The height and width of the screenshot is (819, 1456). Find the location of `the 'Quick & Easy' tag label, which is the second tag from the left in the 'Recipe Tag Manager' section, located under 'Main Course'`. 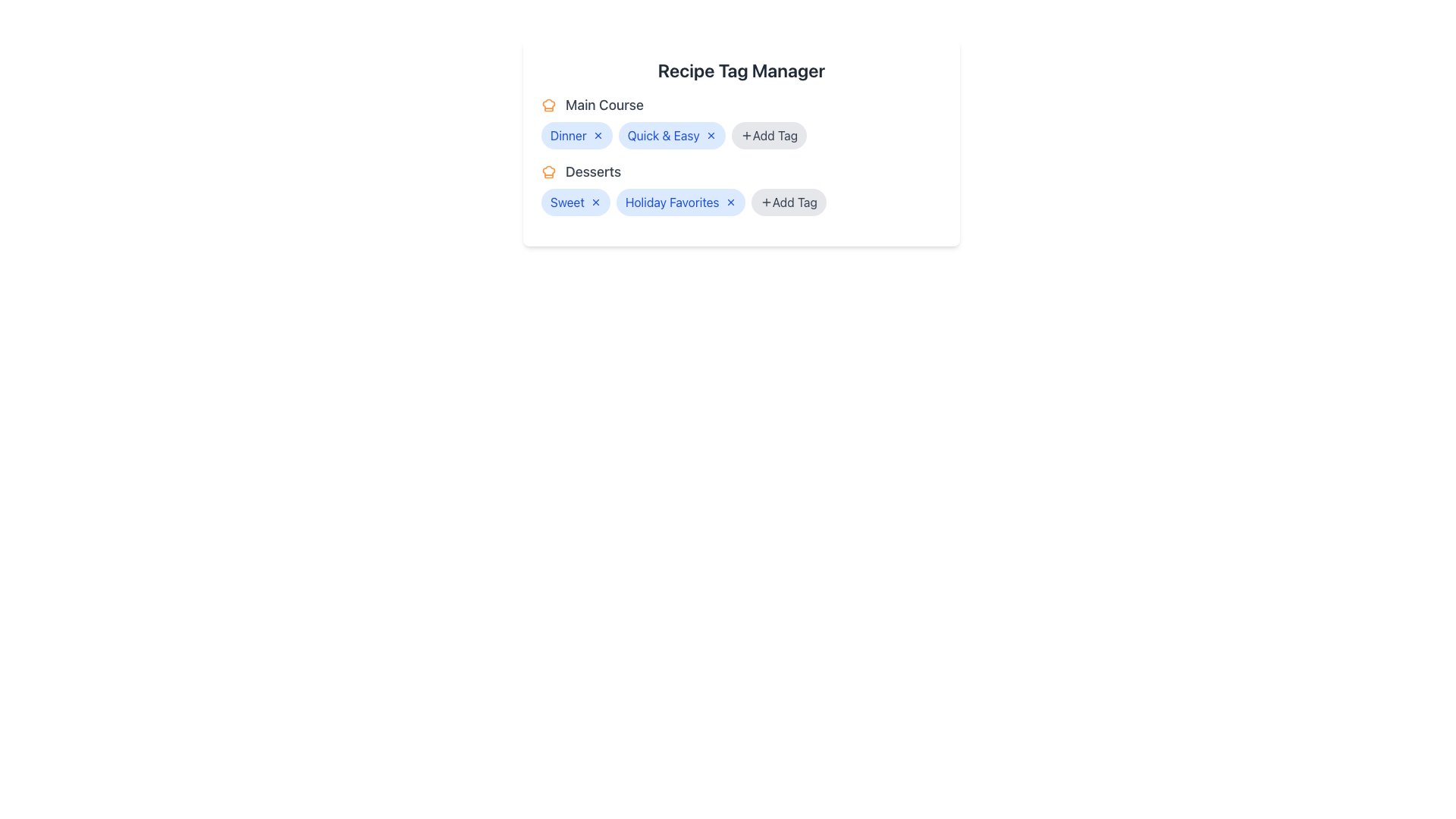

the 'Quick & Easy' tag label, which is the second tag from the left in the 'Recipe Tag Manager' section, located under 'Main Course' is located at coordinates (671, 134).